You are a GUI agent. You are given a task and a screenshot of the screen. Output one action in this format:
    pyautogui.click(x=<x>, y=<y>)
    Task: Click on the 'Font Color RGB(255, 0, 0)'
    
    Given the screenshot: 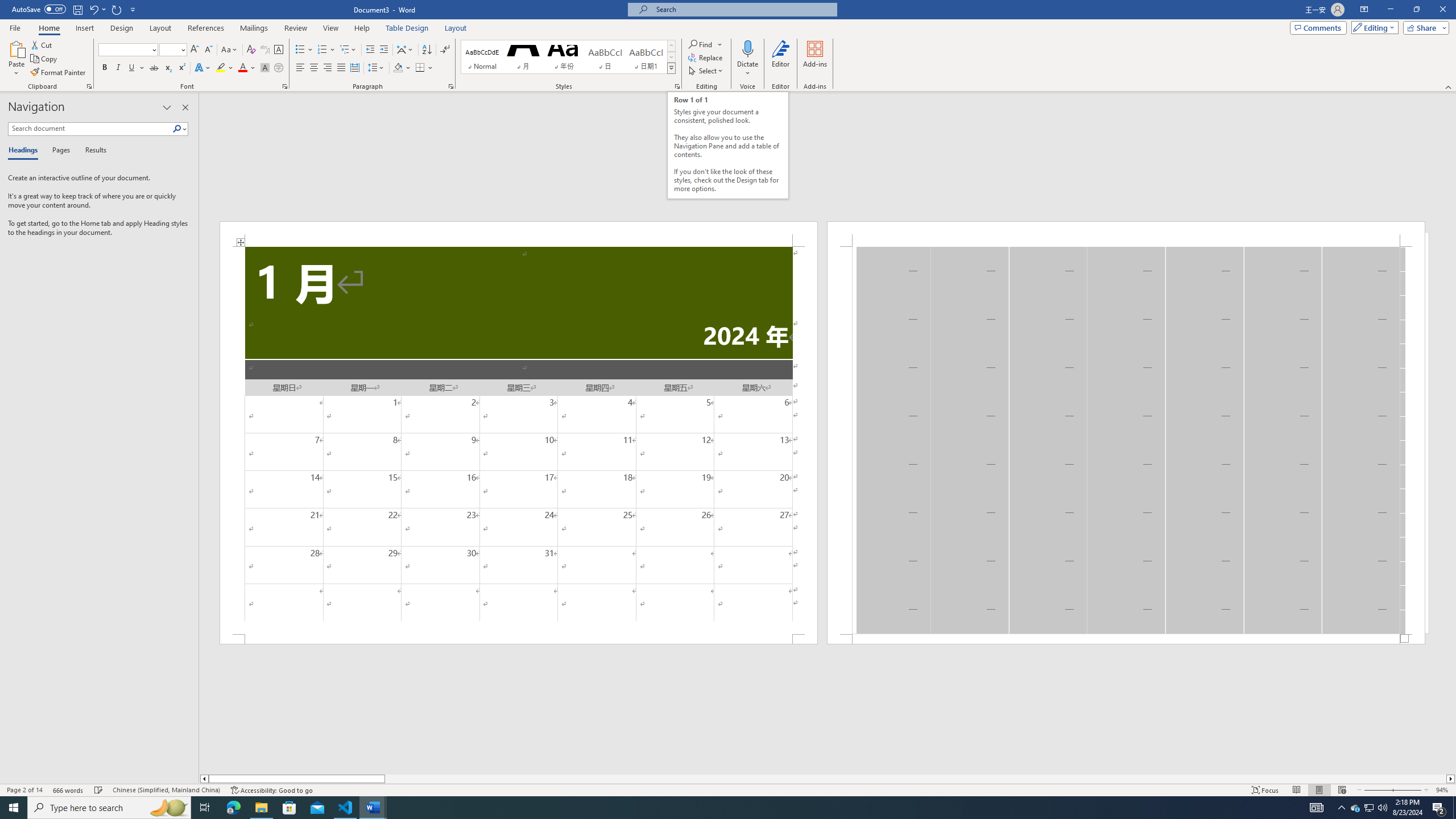 What is the action you would take?
    pyautogui.click(x=242, y=67)
    